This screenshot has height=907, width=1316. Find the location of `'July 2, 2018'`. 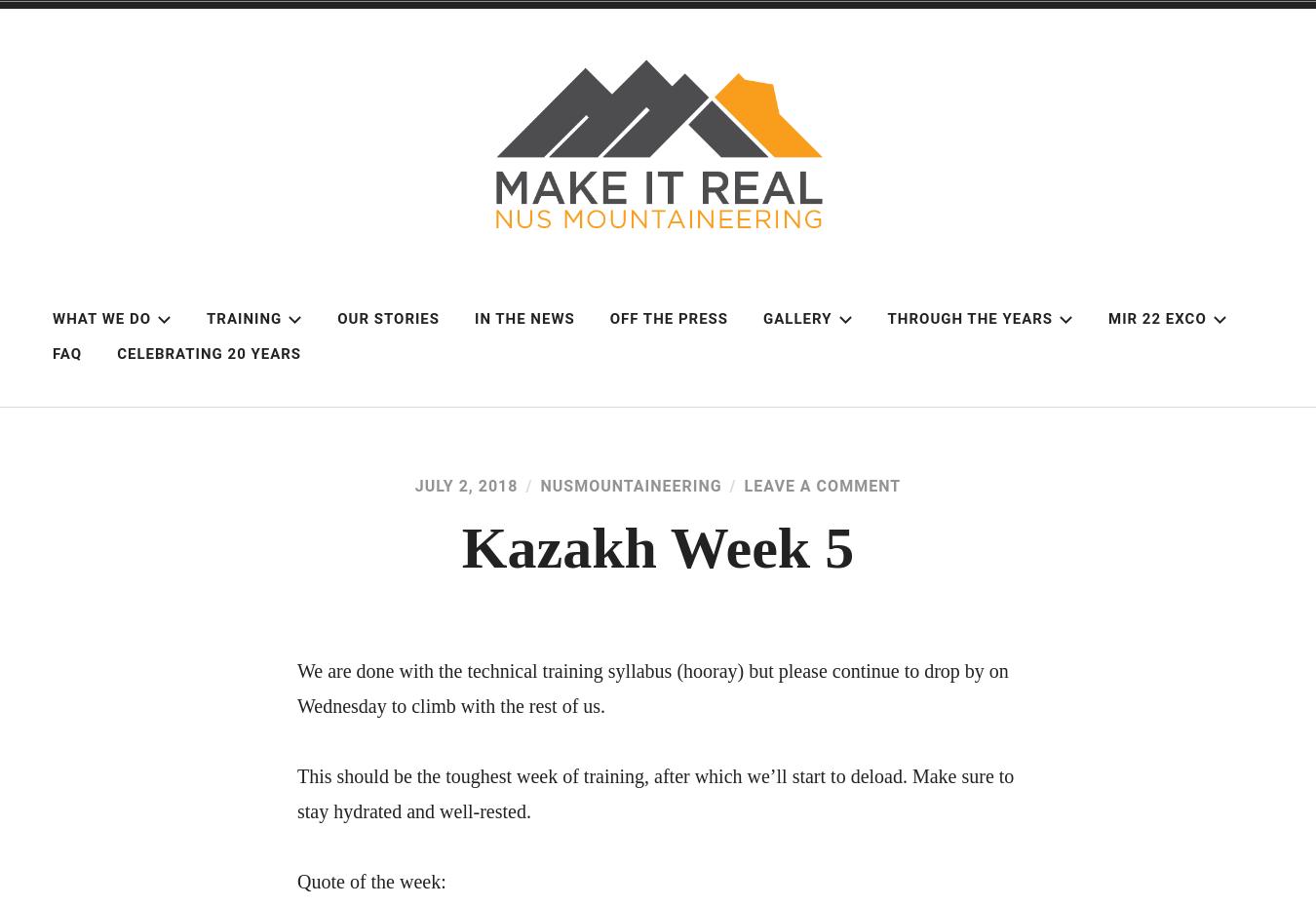

'July 2, 2018' is located at coordinates (465, 485).